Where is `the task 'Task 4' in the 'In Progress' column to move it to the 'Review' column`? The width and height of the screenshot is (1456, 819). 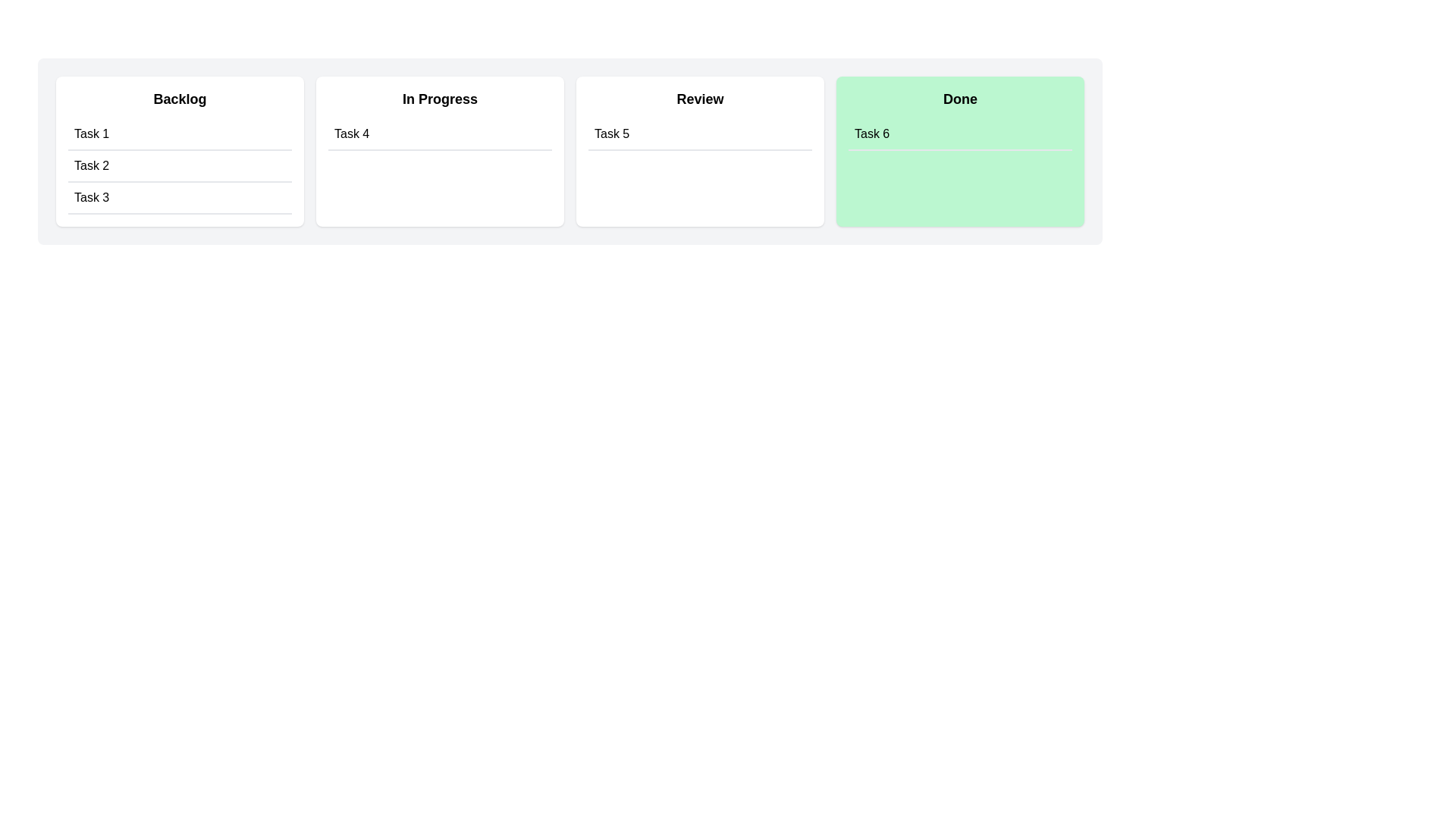
the task 'Task 4' in the 'In Progress' column to move it to the 'Review' column is located at coordinates (439, 133).